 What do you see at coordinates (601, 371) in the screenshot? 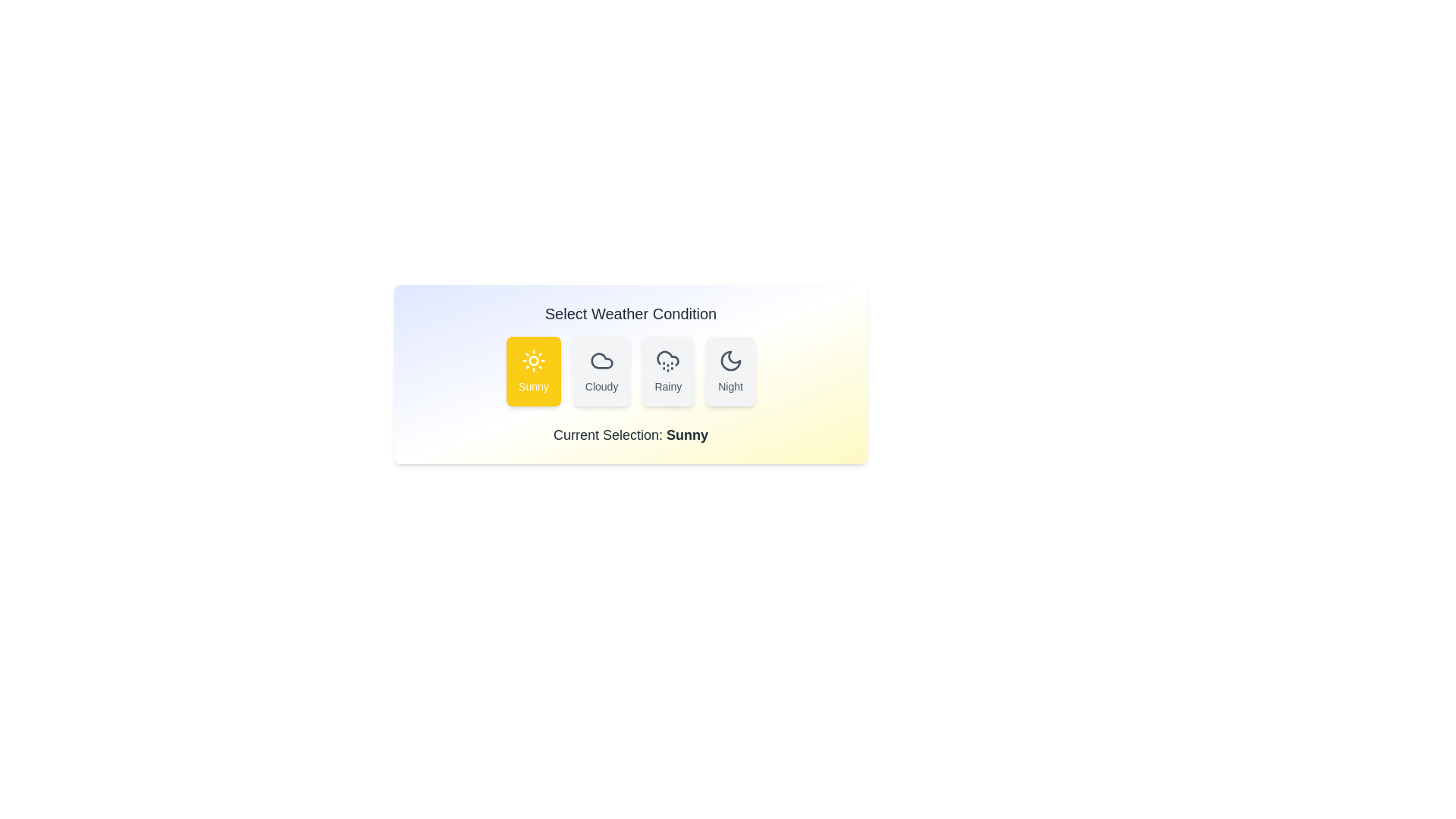
I see `the weather condition by clicking on the corresponding button labeled Cloudy` at bounding box center [601, 371].